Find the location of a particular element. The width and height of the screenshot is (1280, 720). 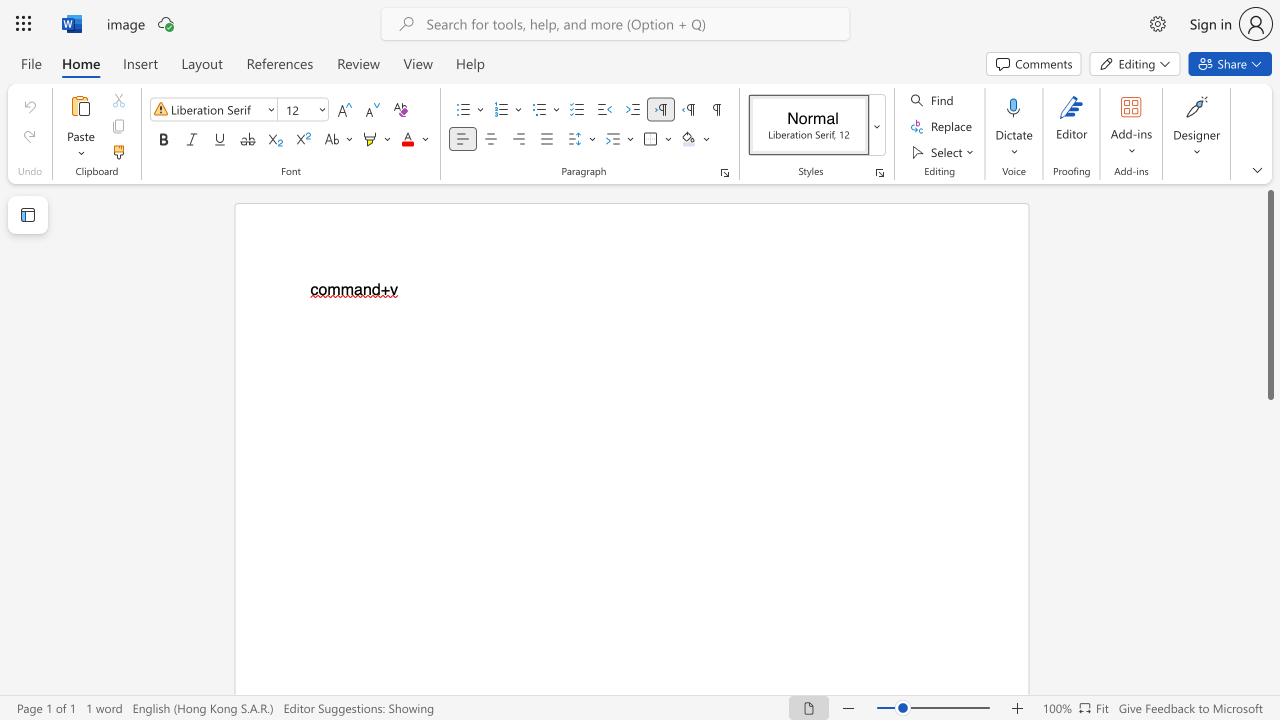

the scrollbar on the right to shift the page lower is located at coordinates (1269, 550).